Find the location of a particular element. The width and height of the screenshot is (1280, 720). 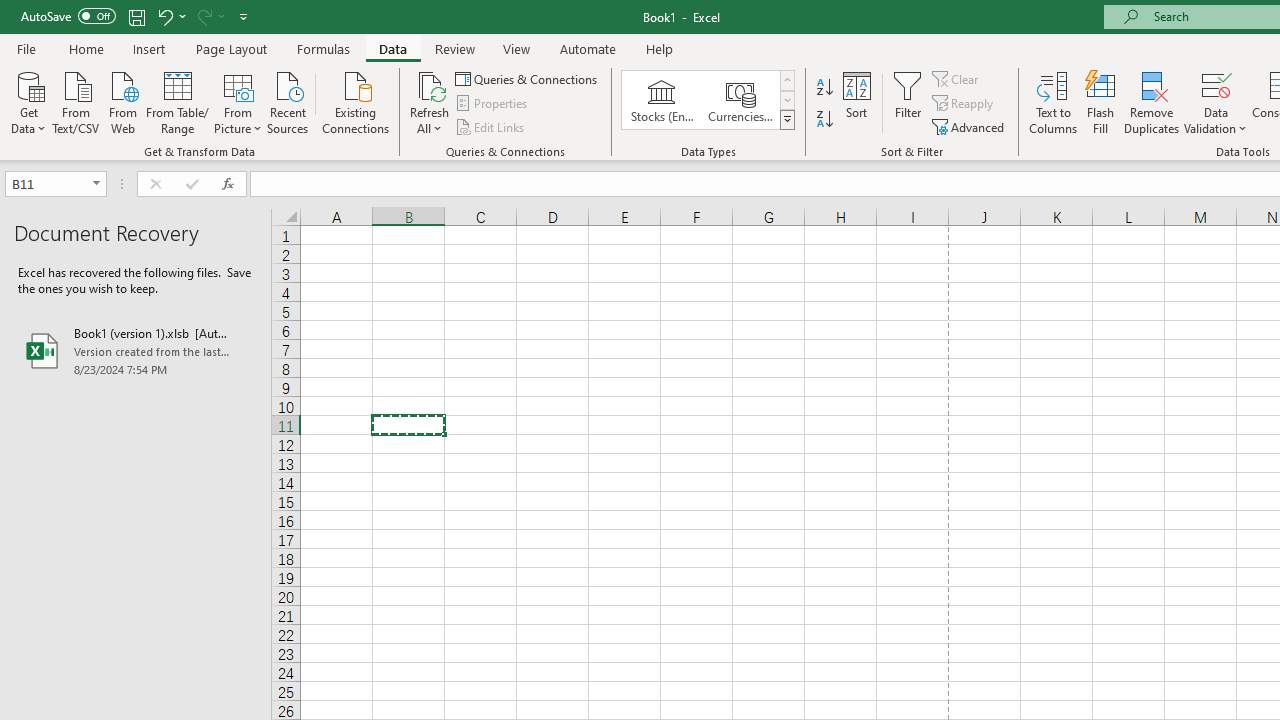

'Sort A to Z' is located at coordinates (824, 86).